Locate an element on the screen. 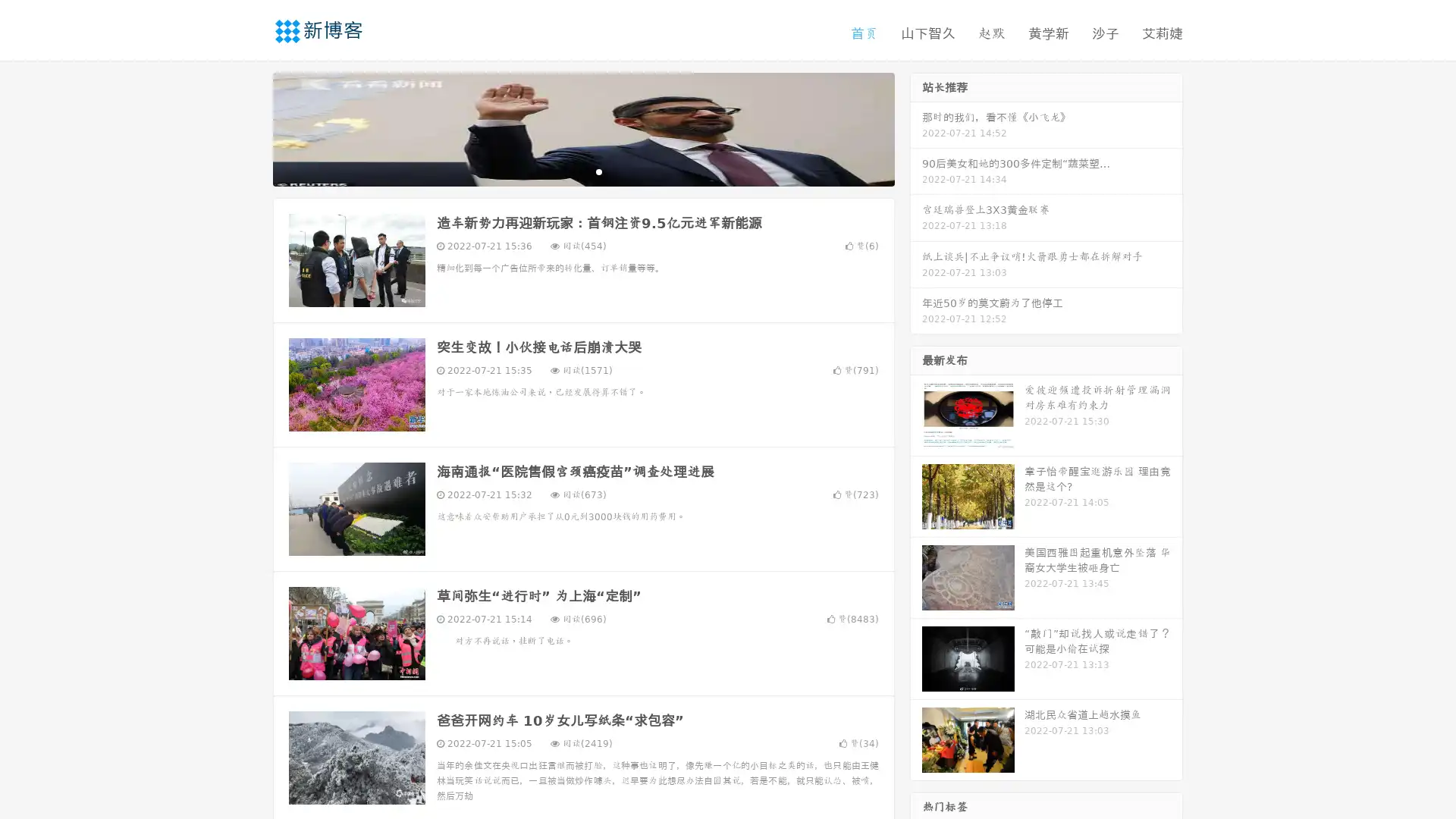 This screenshot has width=1456, height=819. Next slide is located at coordinates (916, 127).